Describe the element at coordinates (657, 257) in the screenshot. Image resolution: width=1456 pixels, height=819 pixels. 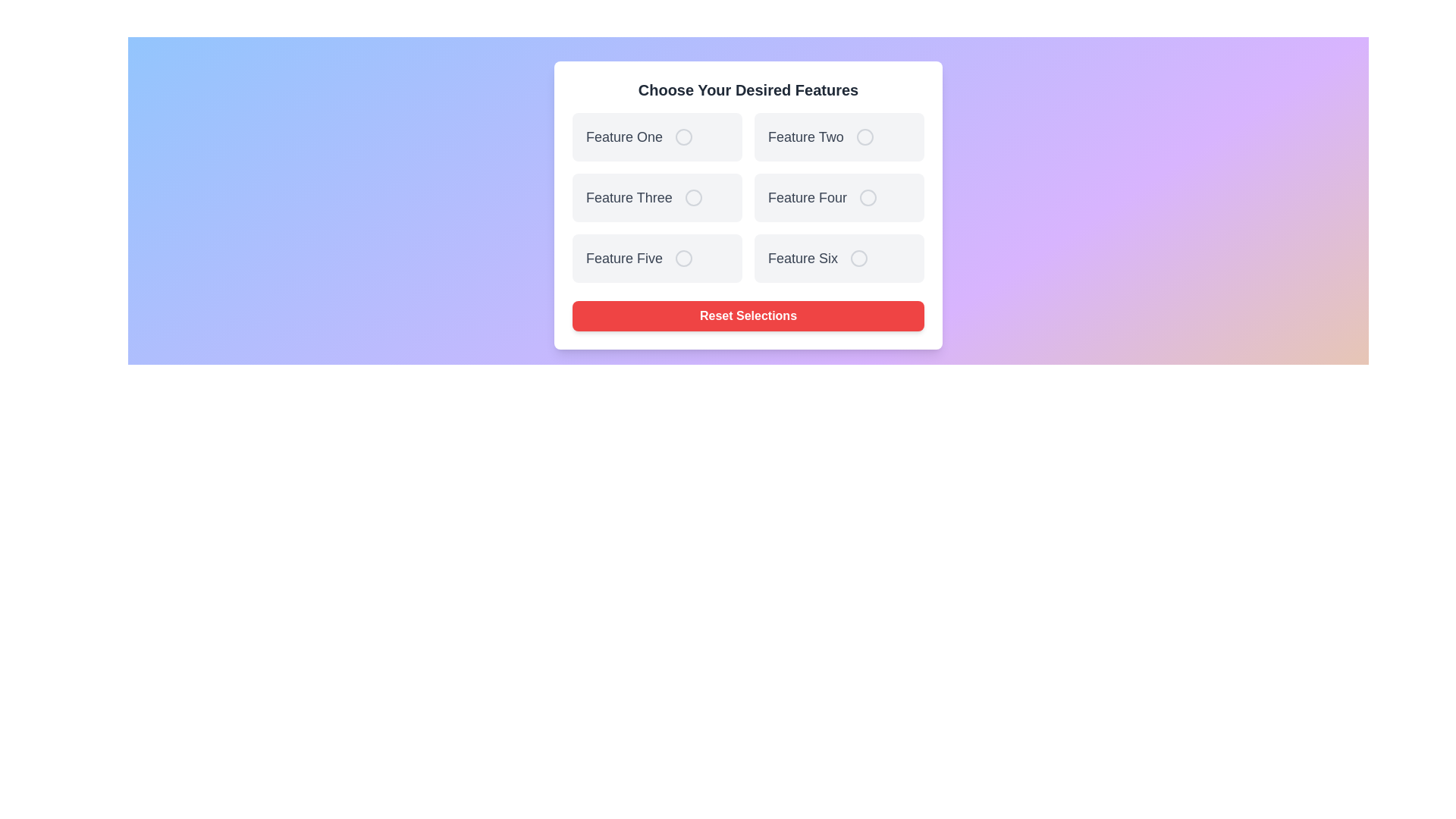
I see `the feature card labeled Feature Five to observe visual feedback` at that location.